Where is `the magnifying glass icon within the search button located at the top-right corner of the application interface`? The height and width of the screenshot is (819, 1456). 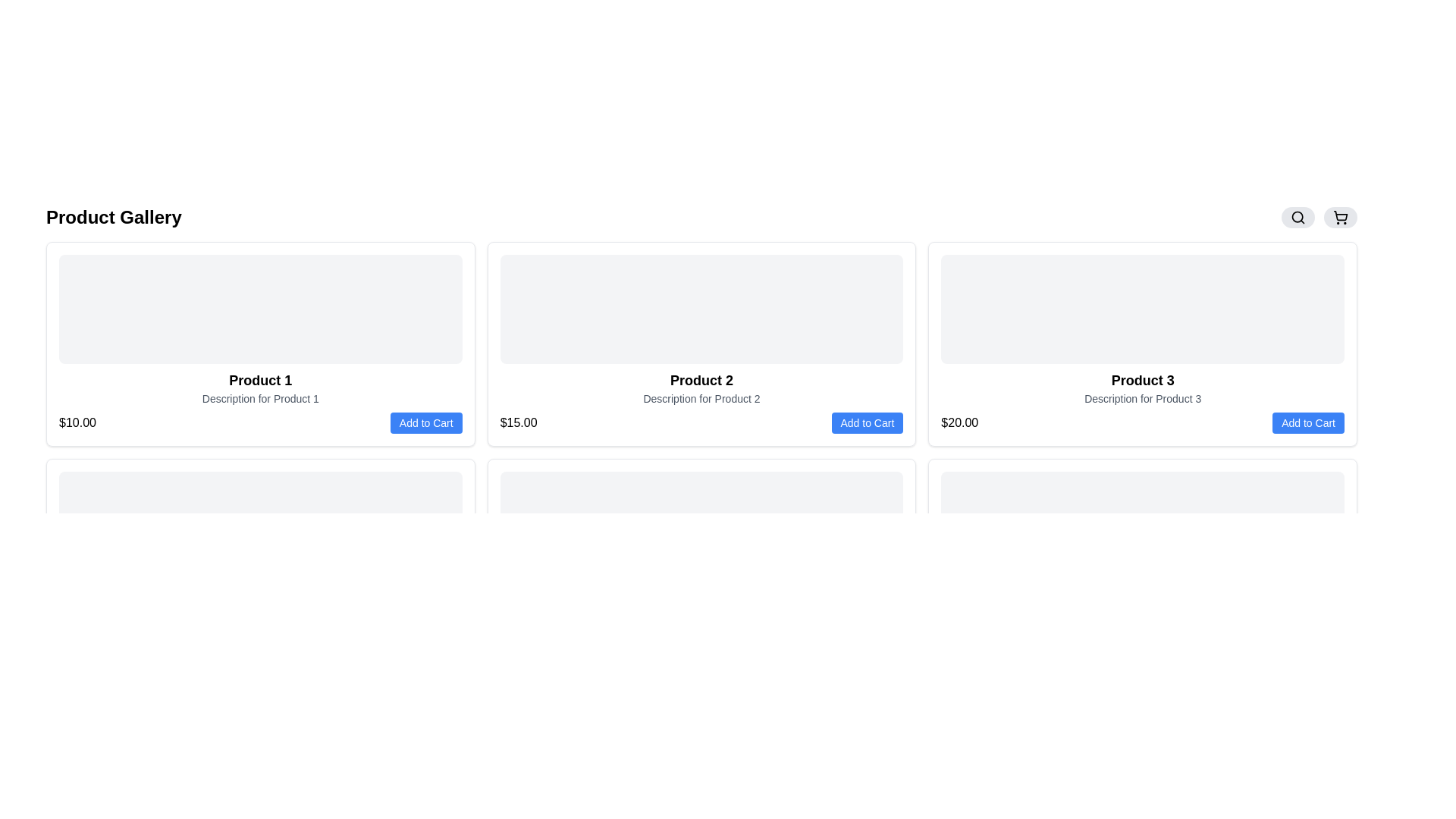
the magnifying glass icon within the search button located at the top-right corner of the application interface is located at coordinates (1298, 217).